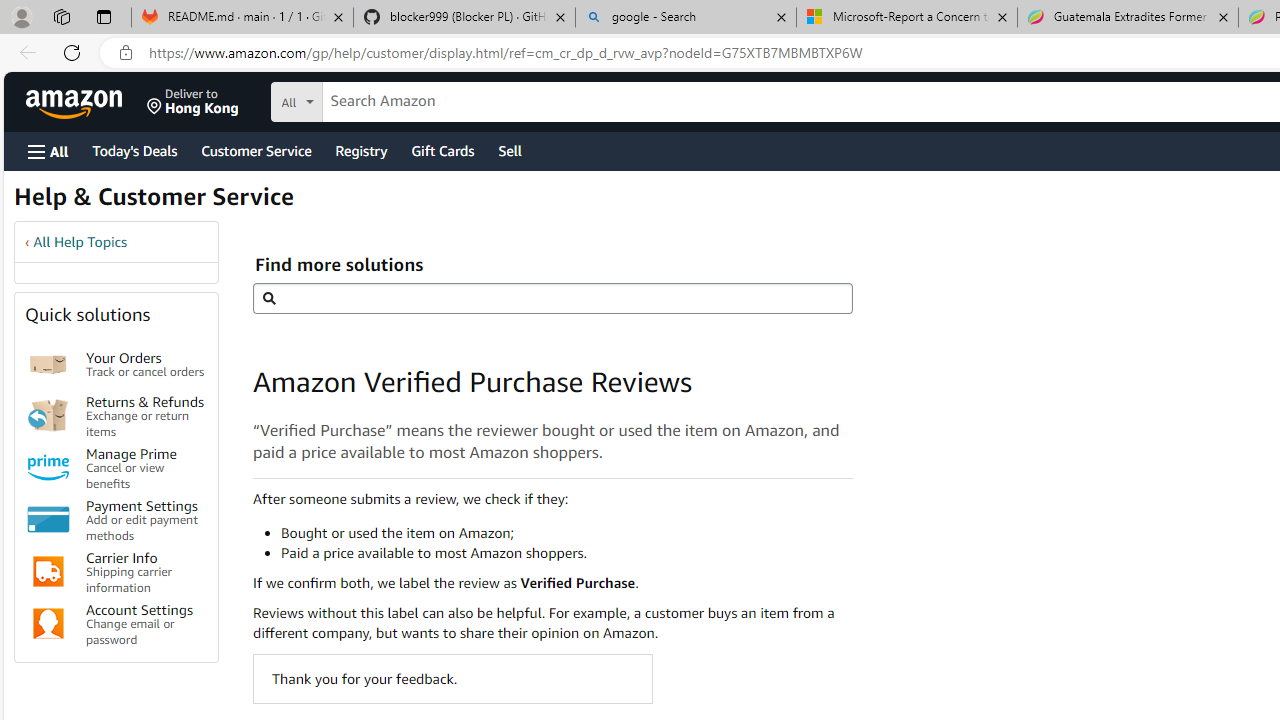 Image resolution: width=1280 pixels, height=720 pixels. I want to click on 'Returns & Refunds', so click(48, 414).